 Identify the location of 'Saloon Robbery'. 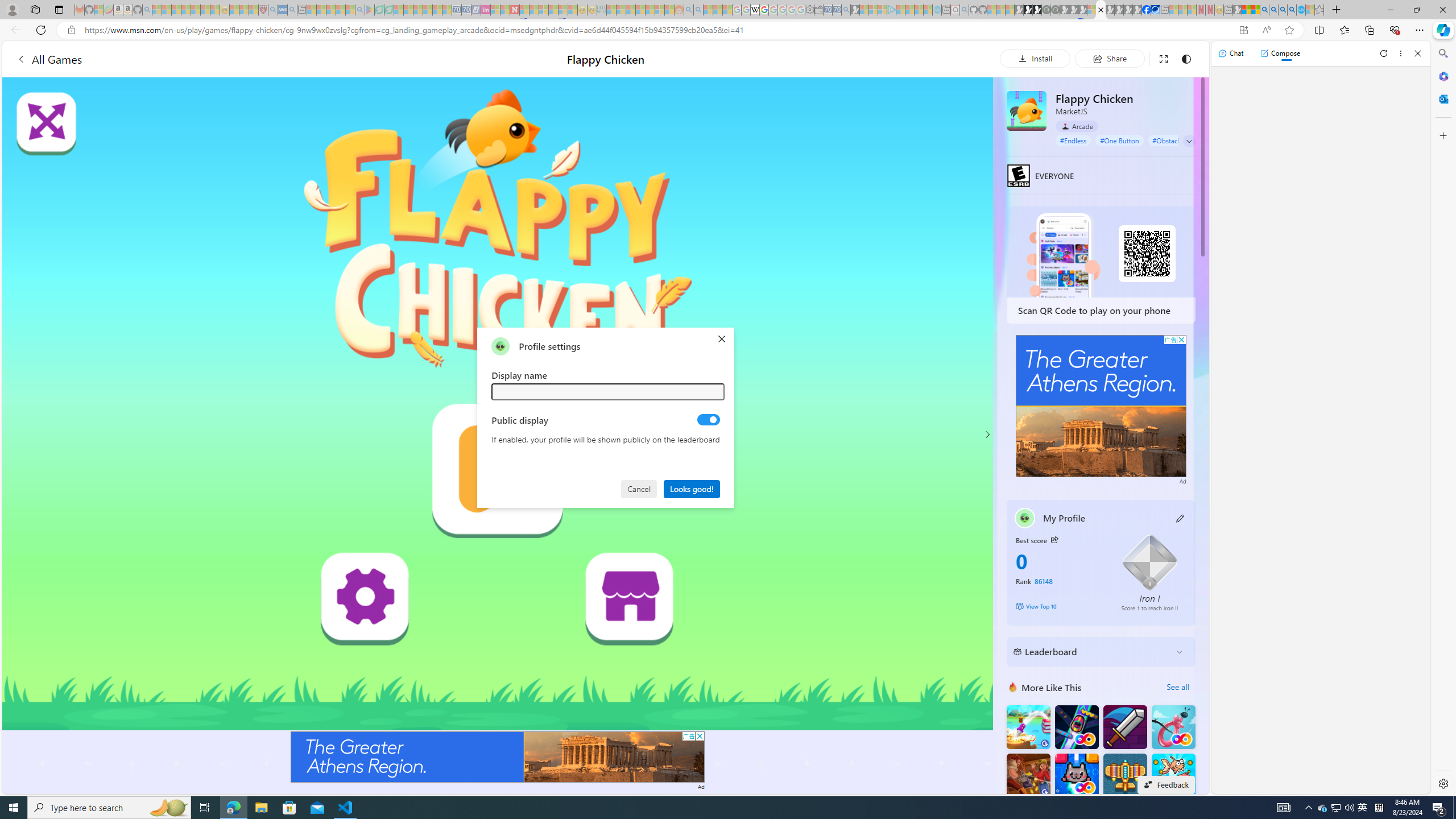
(1028, 775).